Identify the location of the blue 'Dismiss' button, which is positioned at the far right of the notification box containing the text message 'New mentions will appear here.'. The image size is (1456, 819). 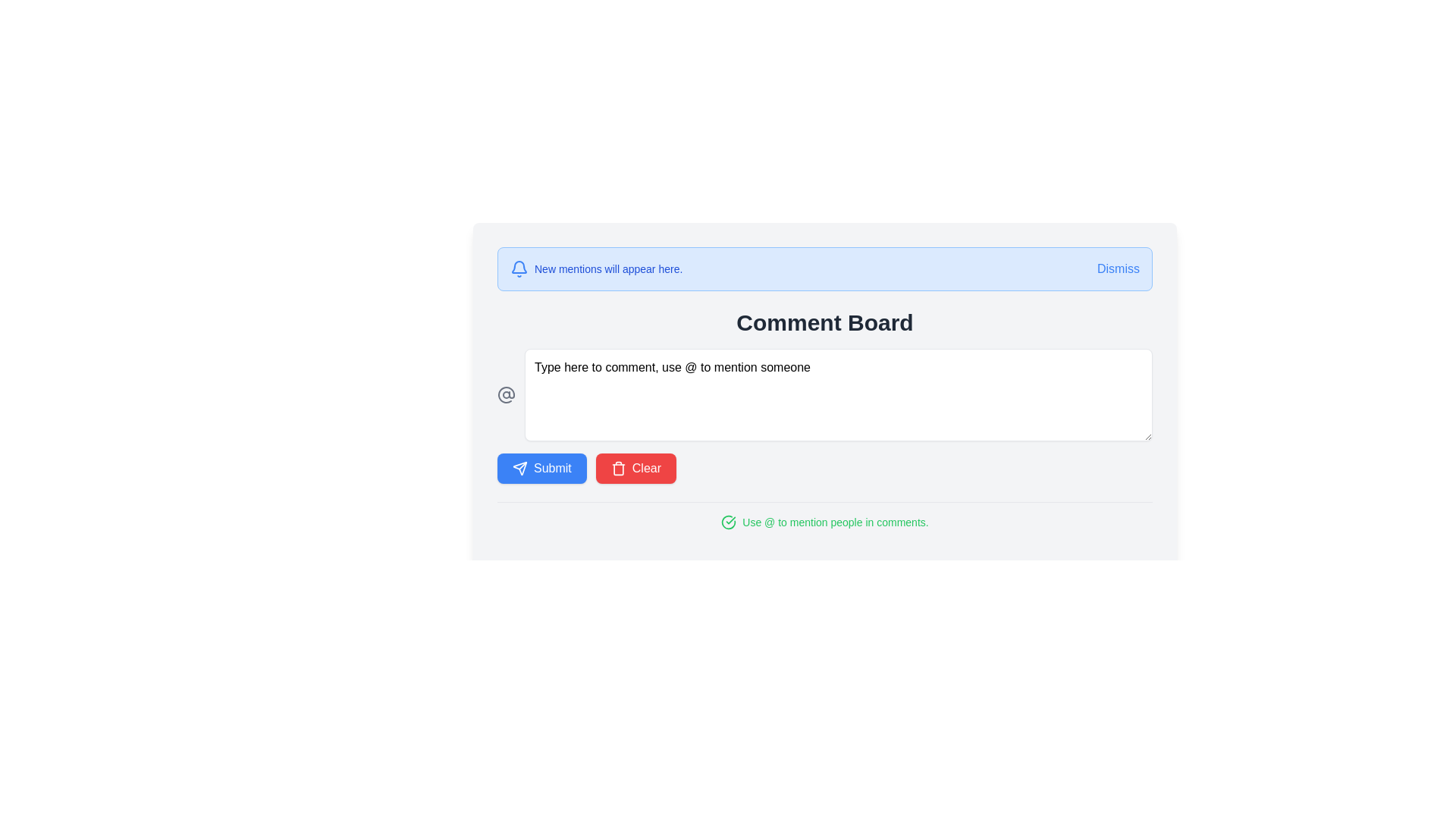
(1118, 268).